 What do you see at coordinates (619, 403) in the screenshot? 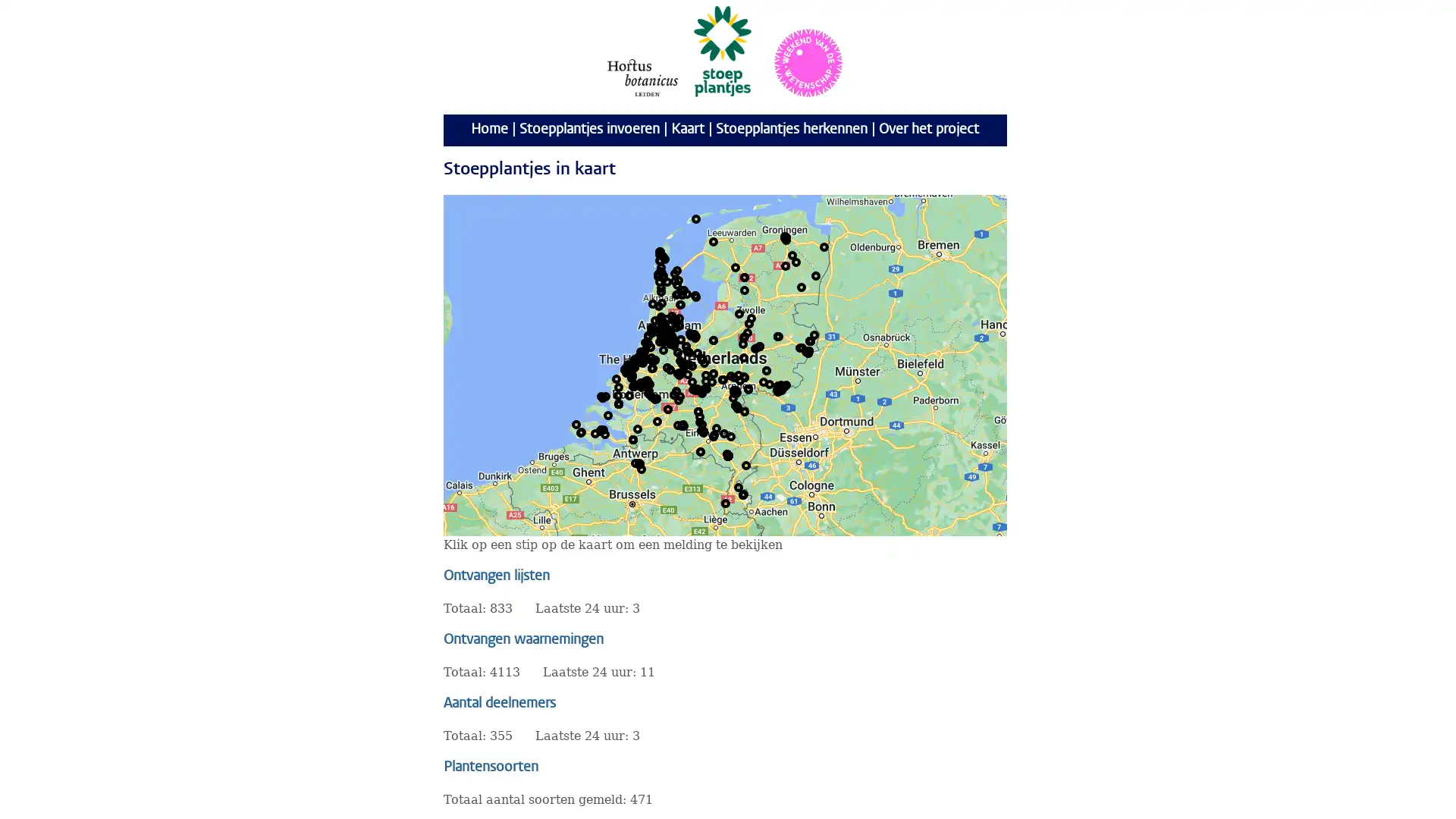
I see `Telling van Remon op 03 juni 2022` at bounding box center [619, 403].